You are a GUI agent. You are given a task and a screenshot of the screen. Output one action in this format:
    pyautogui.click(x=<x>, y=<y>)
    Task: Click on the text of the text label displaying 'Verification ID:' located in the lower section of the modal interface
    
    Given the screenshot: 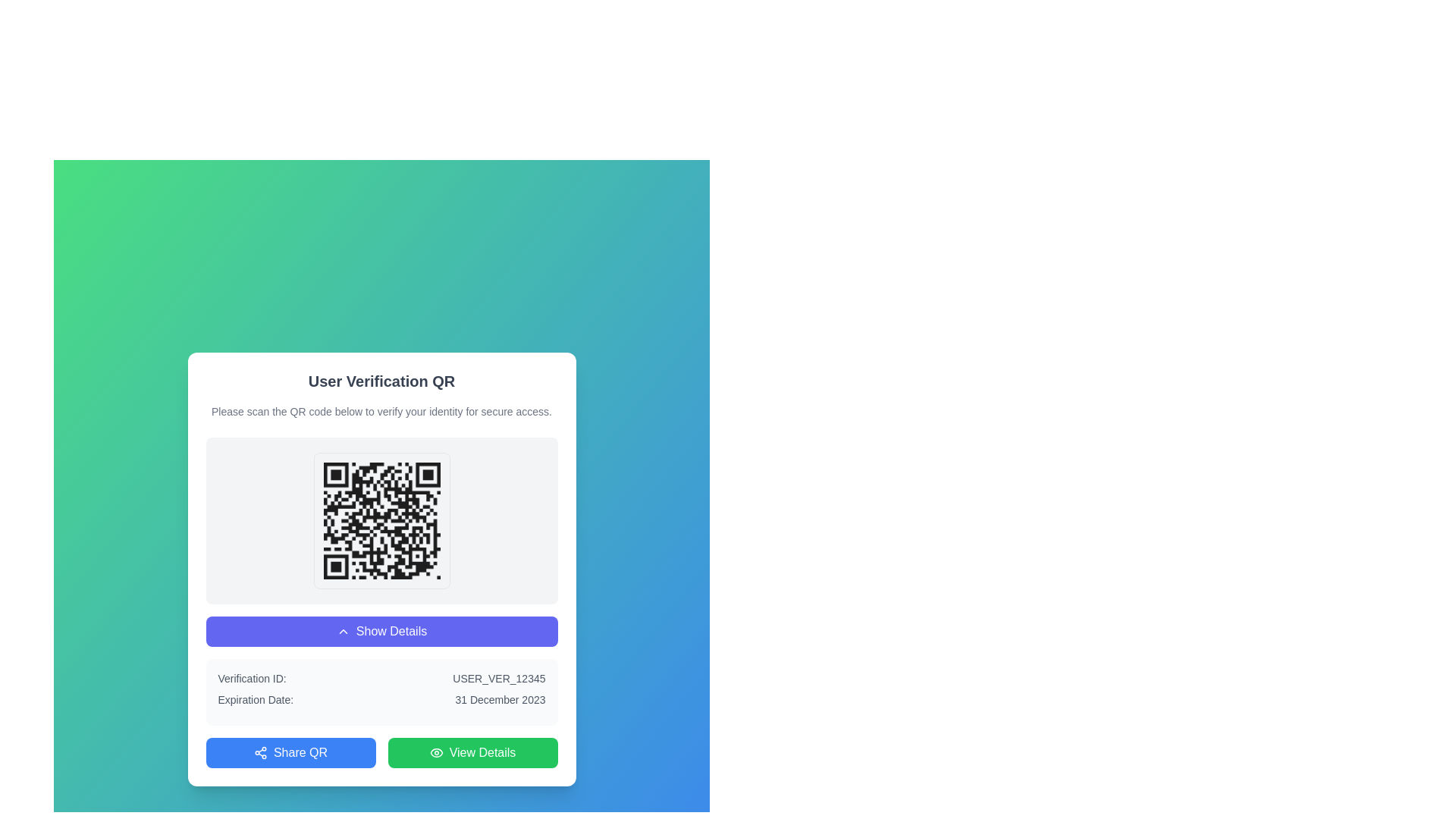 What is the action you would take?
    pyautogui.click(x=252, y=677)
    